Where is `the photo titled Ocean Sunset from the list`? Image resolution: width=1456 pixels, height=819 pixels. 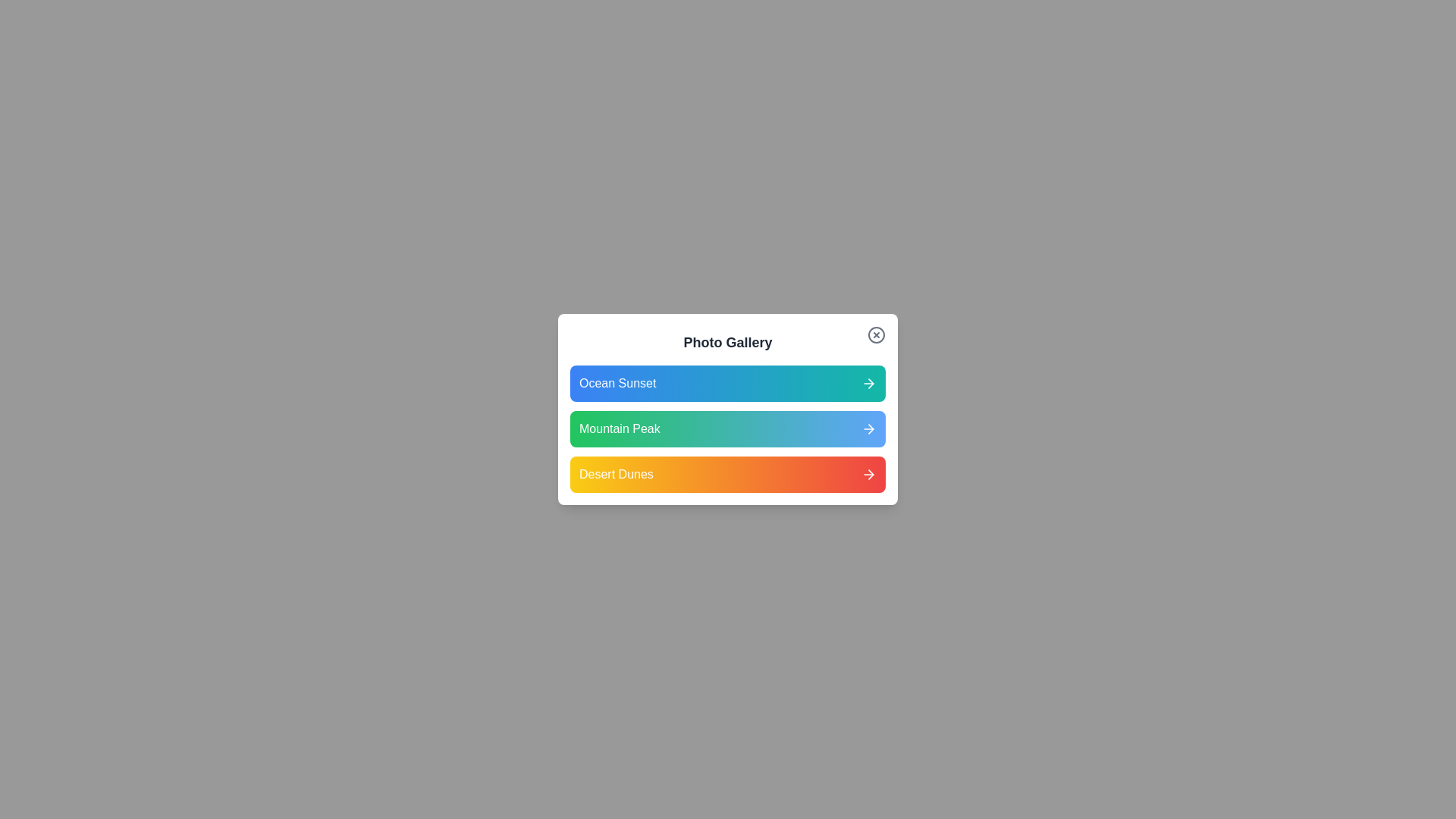
the photo titled Ocean Sunset from the list is located at coordinates (728, 382).